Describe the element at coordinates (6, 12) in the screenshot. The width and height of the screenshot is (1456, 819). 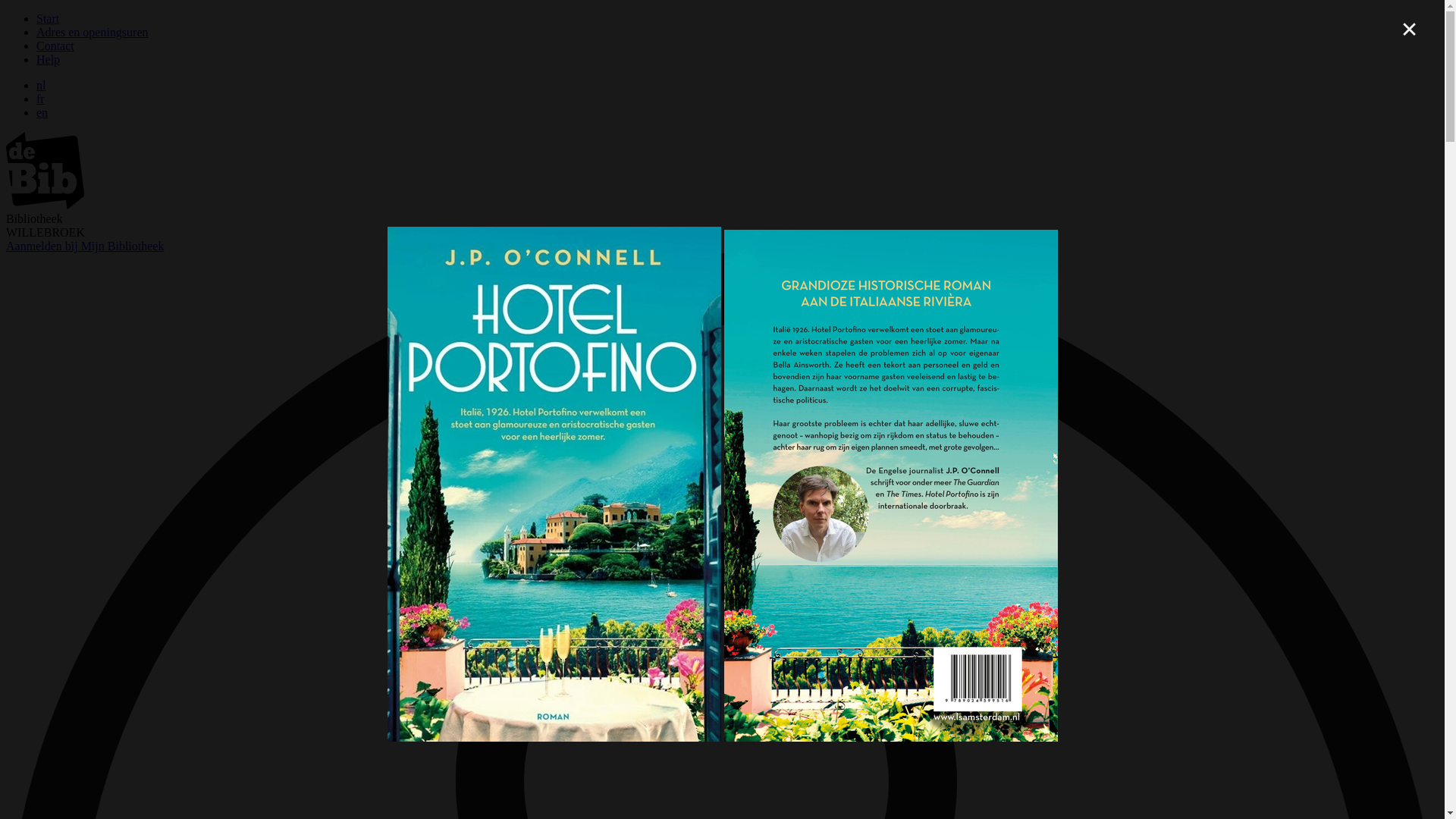
I see `'Overslaan en naar zoeken gaan'` at that location.